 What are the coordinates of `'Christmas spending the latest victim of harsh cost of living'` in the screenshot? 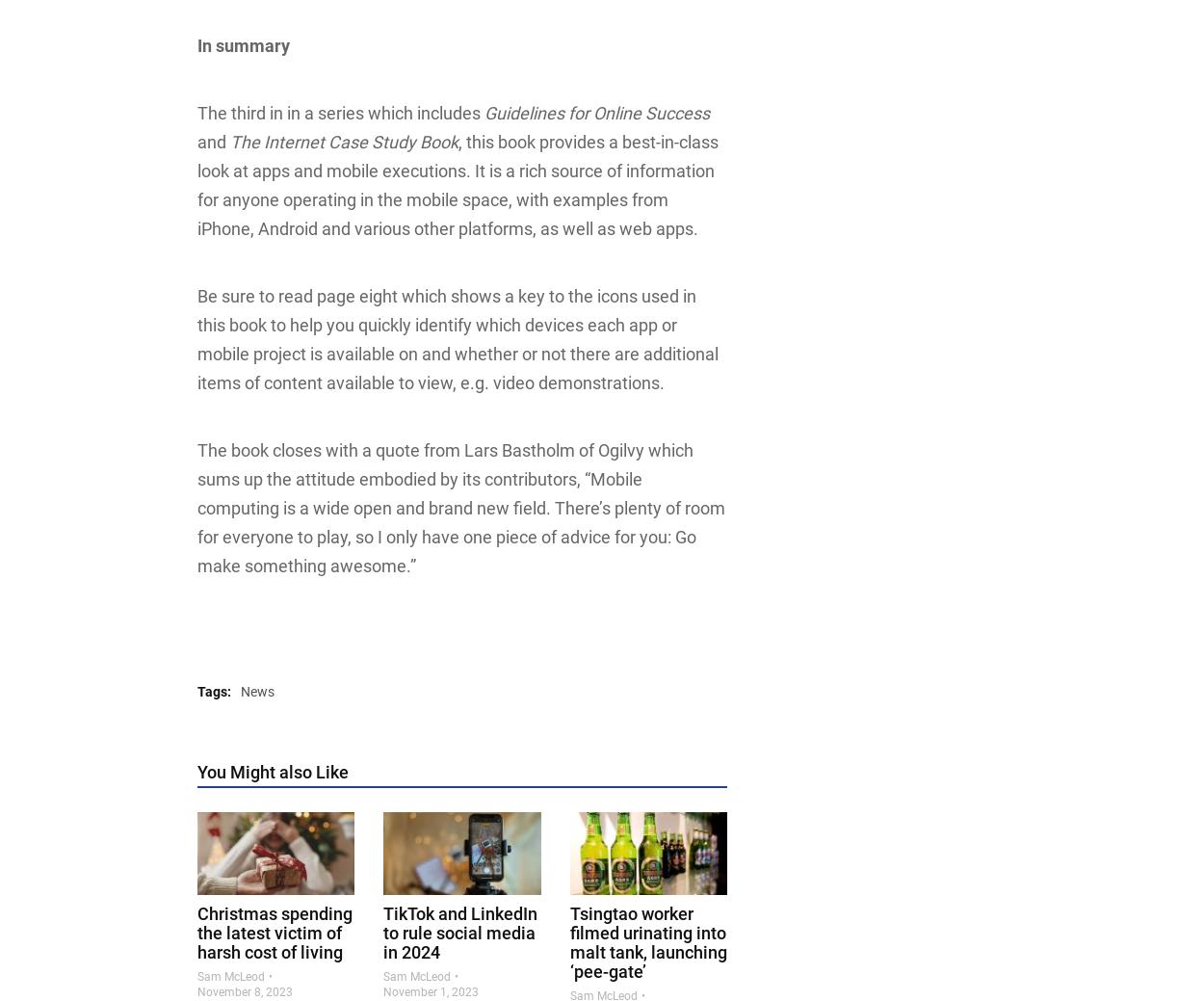 It's located at (275, 932).